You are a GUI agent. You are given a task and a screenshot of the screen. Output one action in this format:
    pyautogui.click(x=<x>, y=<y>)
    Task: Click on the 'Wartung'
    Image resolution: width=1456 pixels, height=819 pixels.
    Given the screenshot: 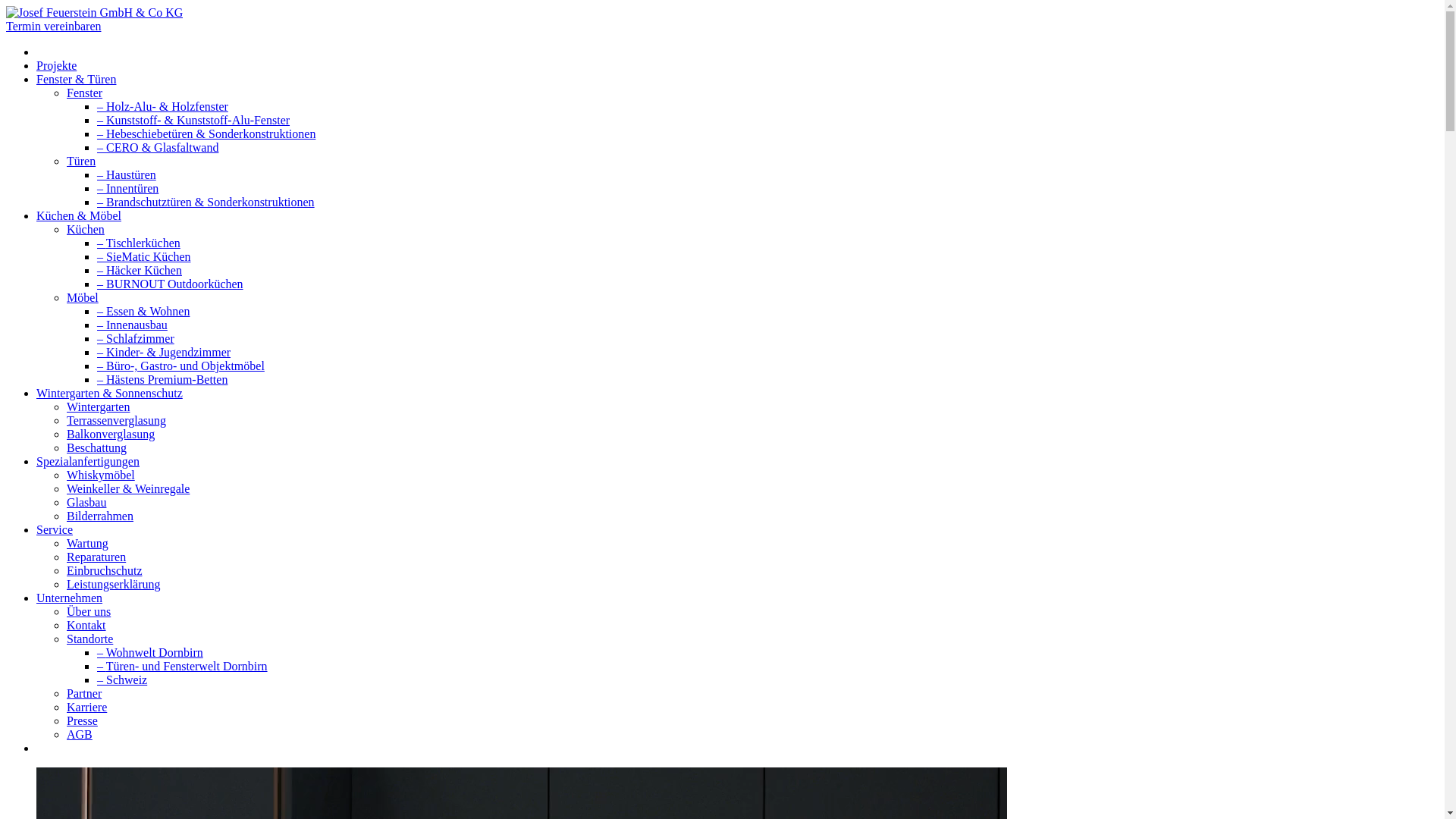 What is the action you would take?
    pyautogui.click(x=65, y=542)
    